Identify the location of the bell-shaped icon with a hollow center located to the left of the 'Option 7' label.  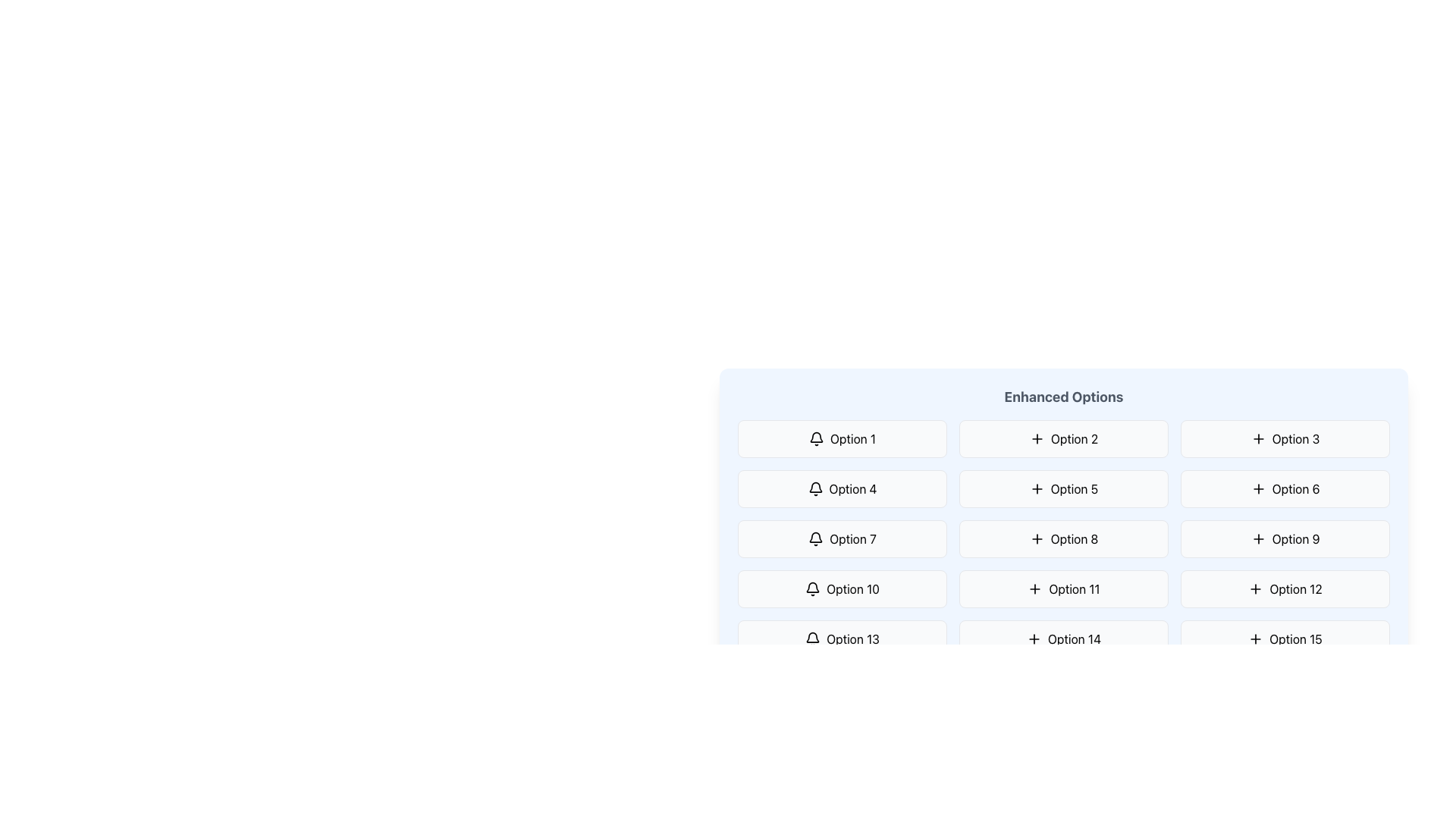
(815, 536).